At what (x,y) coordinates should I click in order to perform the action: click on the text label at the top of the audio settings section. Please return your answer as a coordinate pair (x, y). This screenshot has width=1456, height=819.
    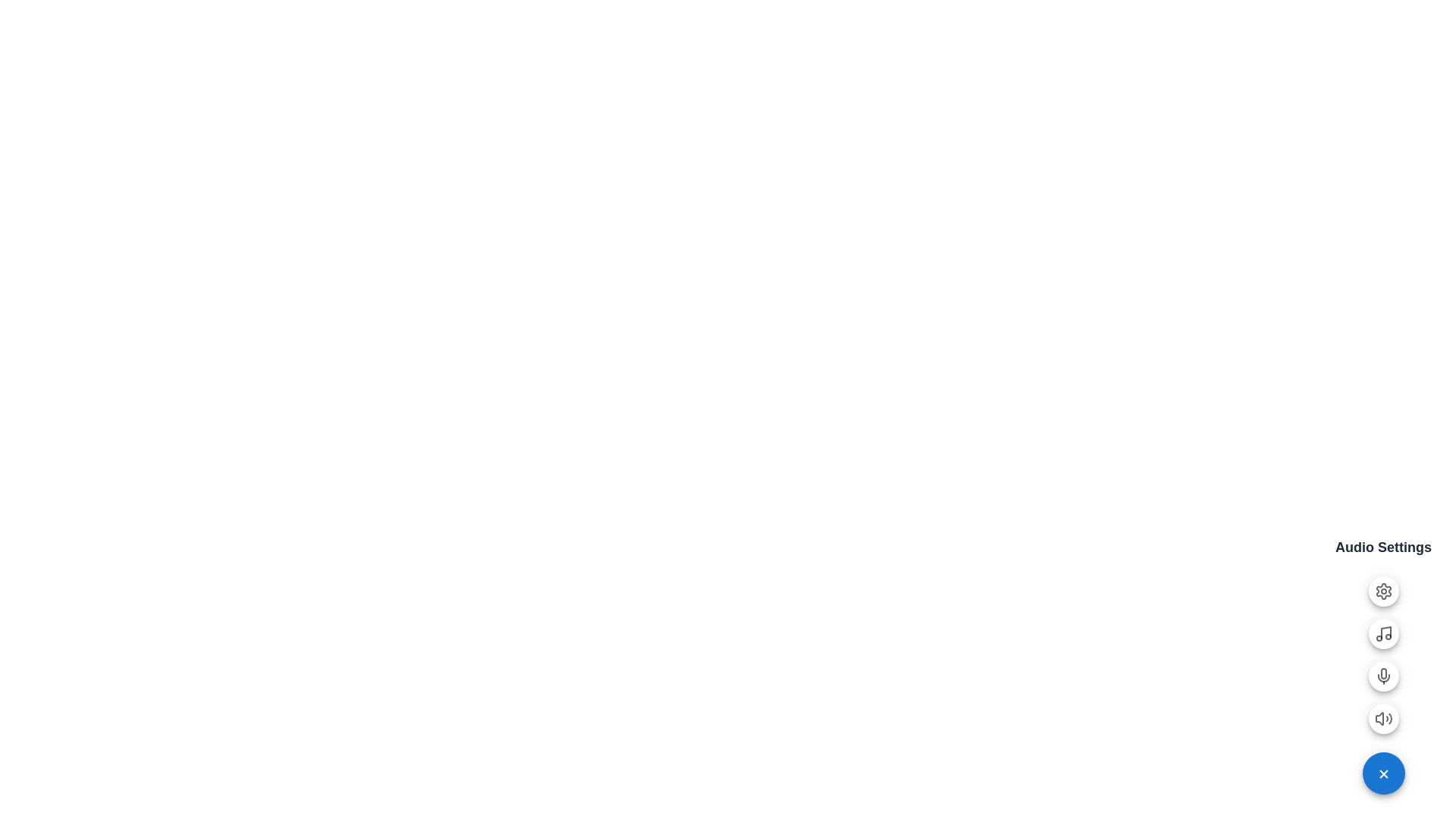
    Looking at the image, I should click on (1383, 547).